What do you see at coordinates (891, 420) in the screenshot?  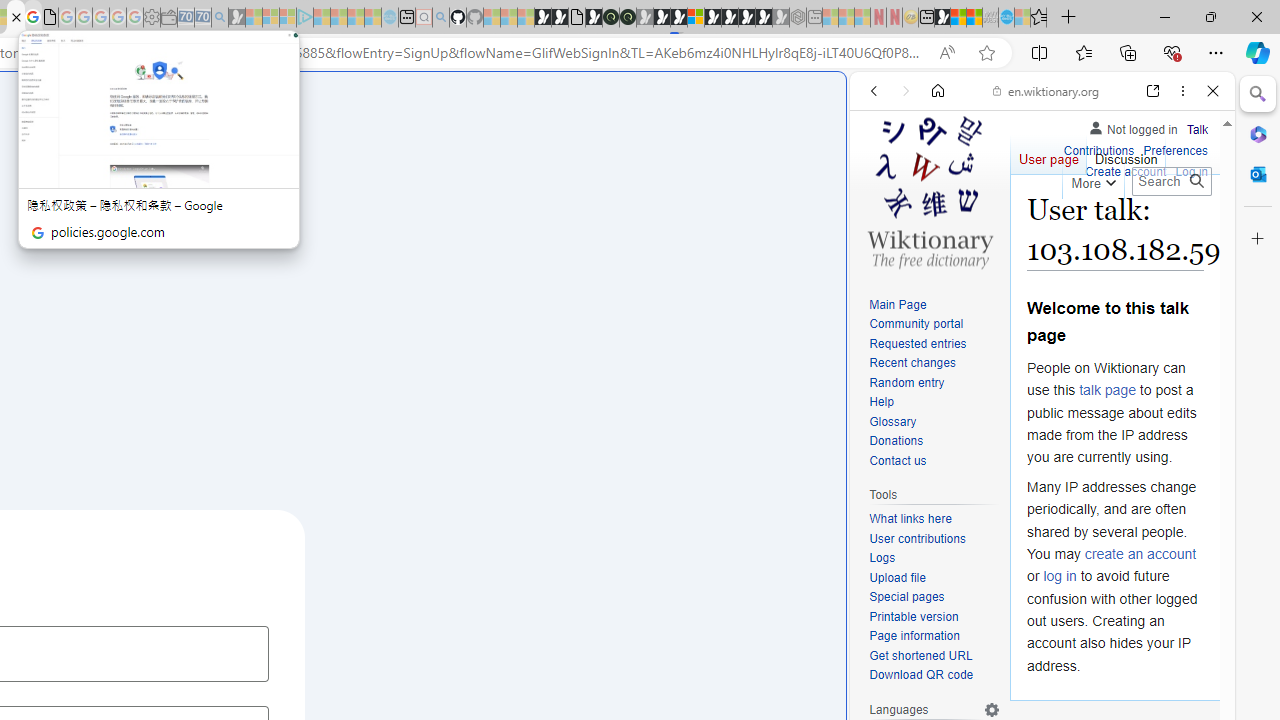 I see `'Glossary'` at bounding box center [891, 420].